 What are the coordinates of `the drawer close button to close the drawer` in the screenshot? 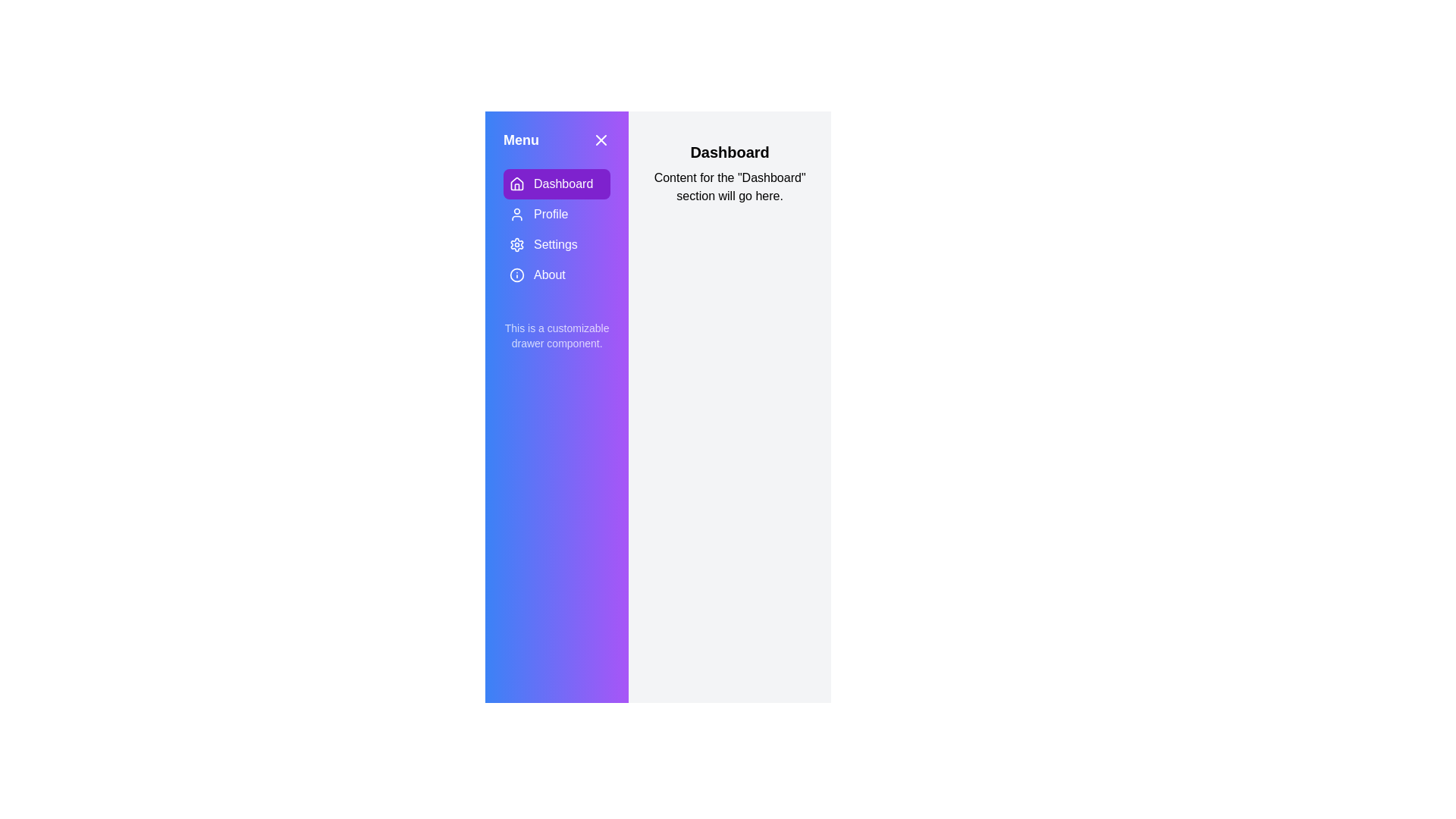 It's located at (601, 140).